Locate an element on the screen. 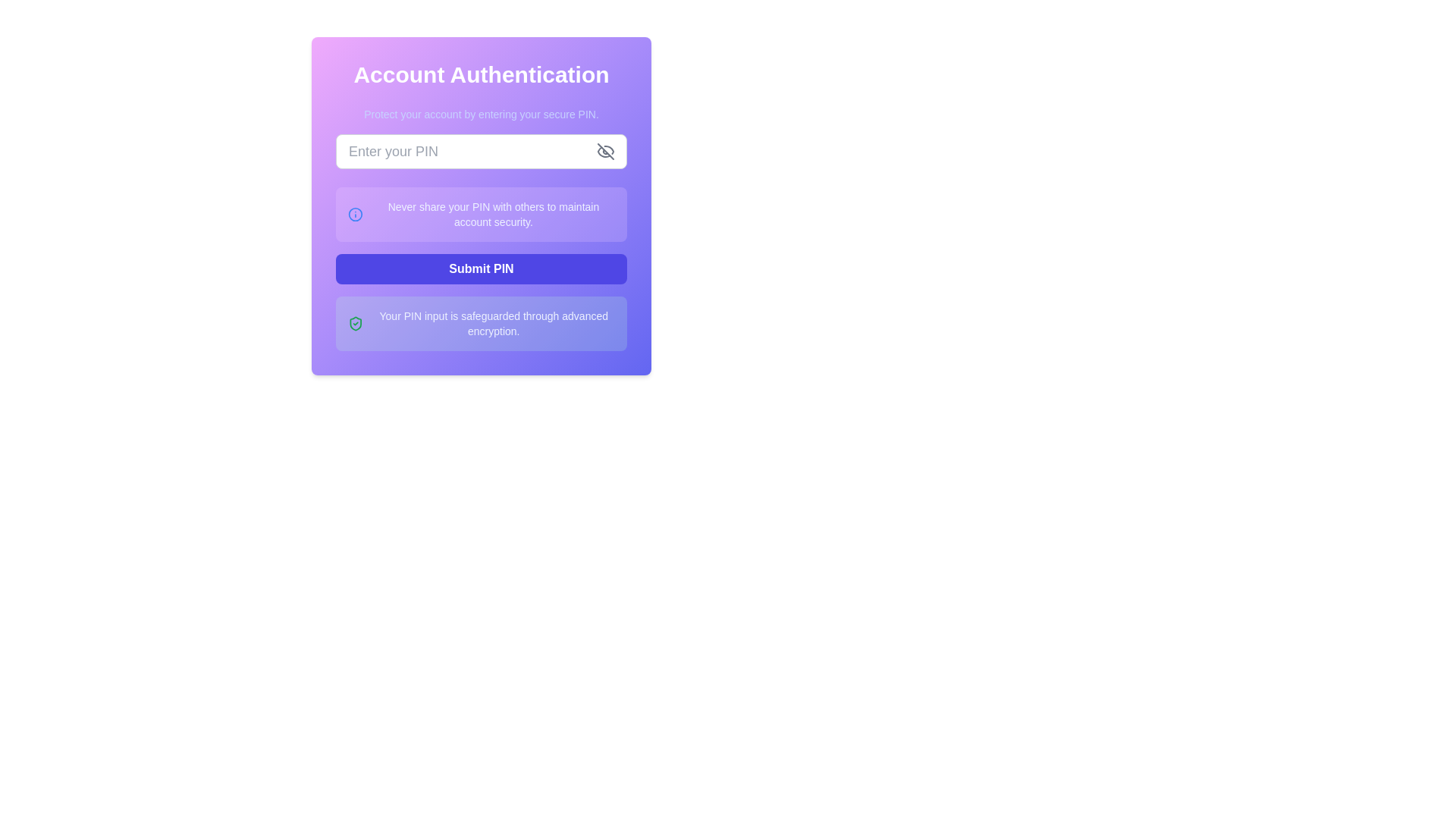  the circular icon element with a blue border and red fill that is part of the warning message about sharing your PIN is located at coordinates (354, 214).